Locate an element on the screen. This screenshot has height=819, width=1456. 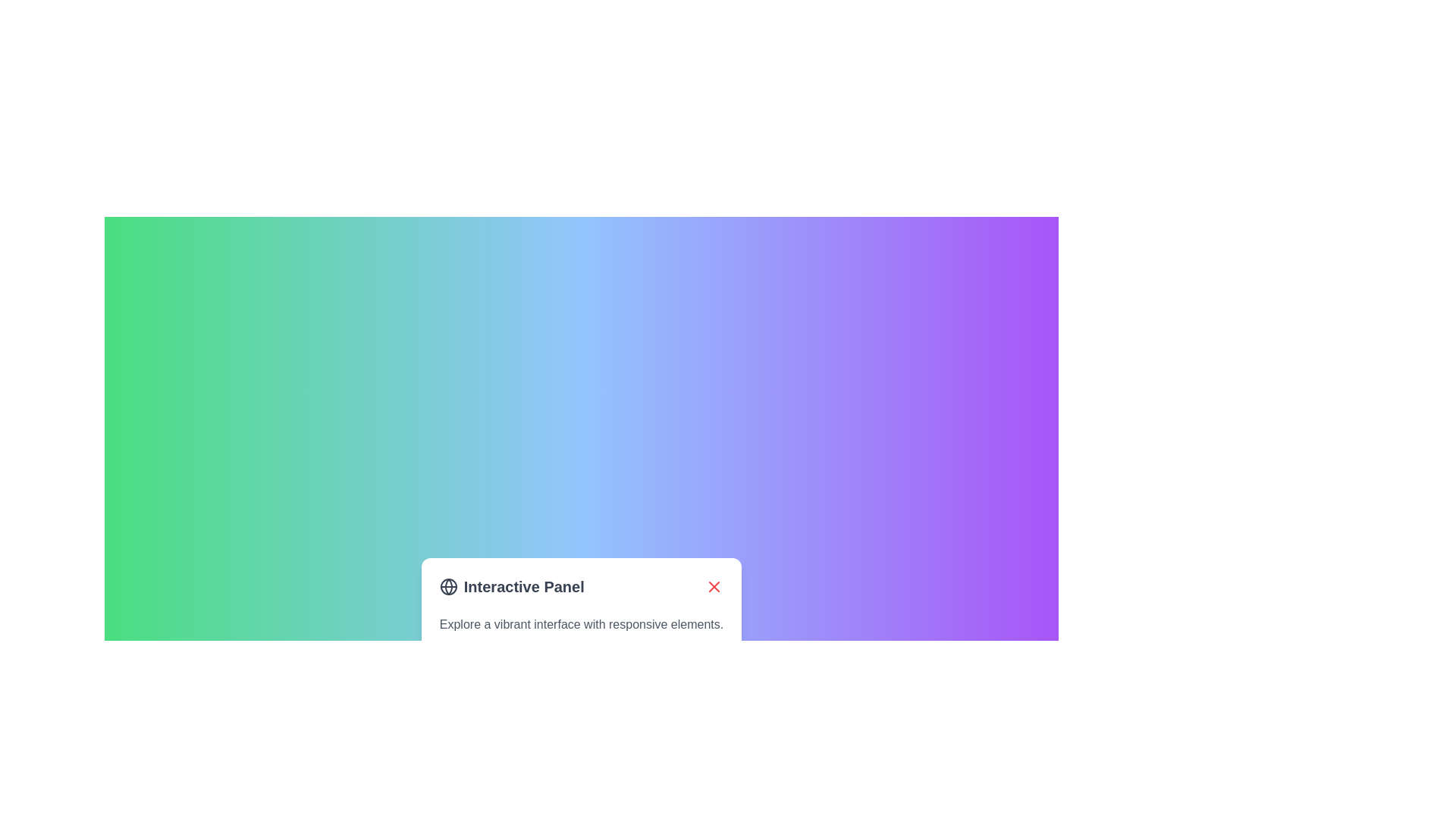
the SVG Globe icon located in the bottom-right corner of the interface within the 'Interactive Panel' is located at coordinates (447, 586).